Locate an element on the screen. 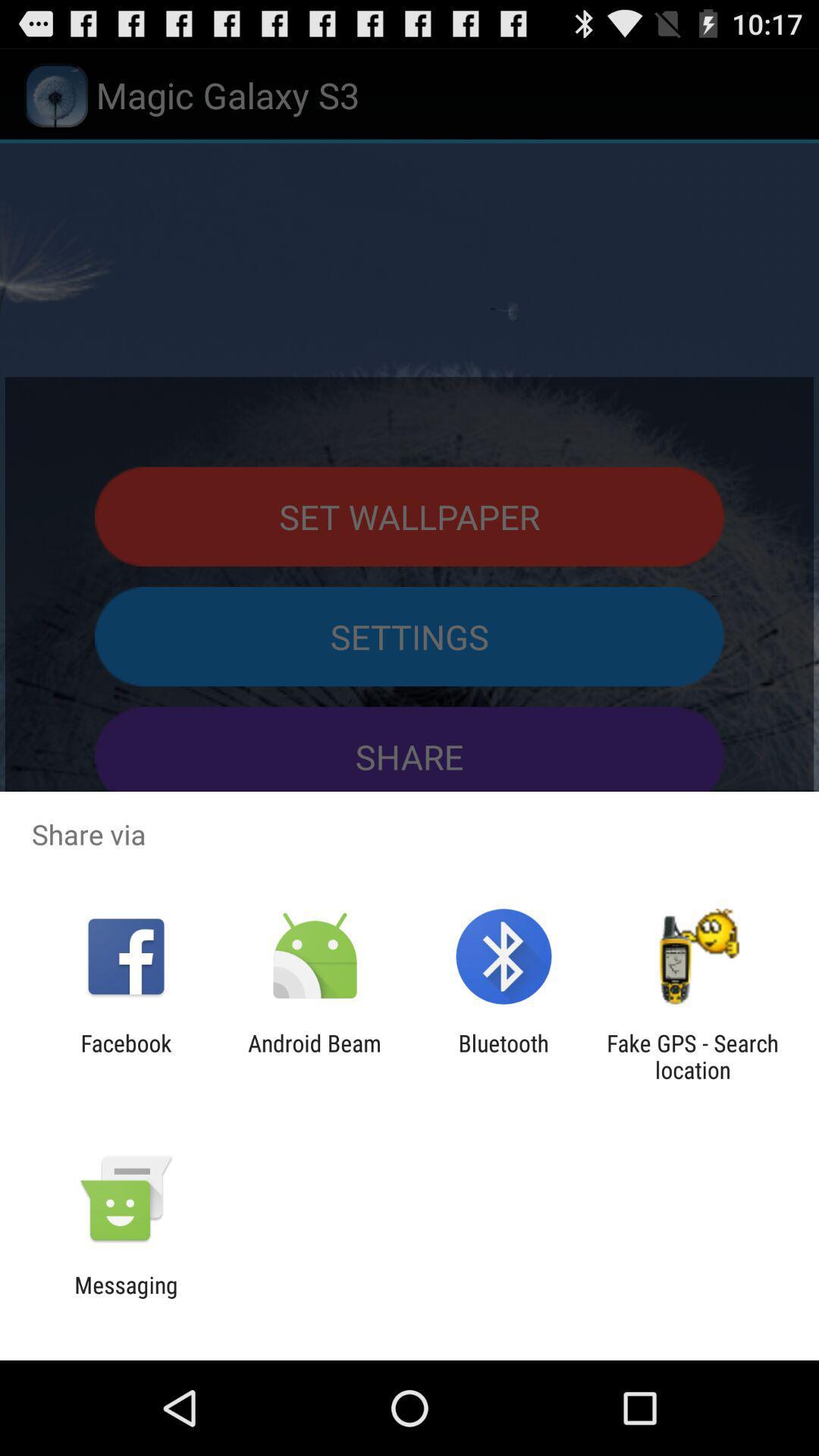 Image resolution: width=819 pixels, height=1456 pixels. the app to the right of the android beam item is located at coordinates (504, 1056).